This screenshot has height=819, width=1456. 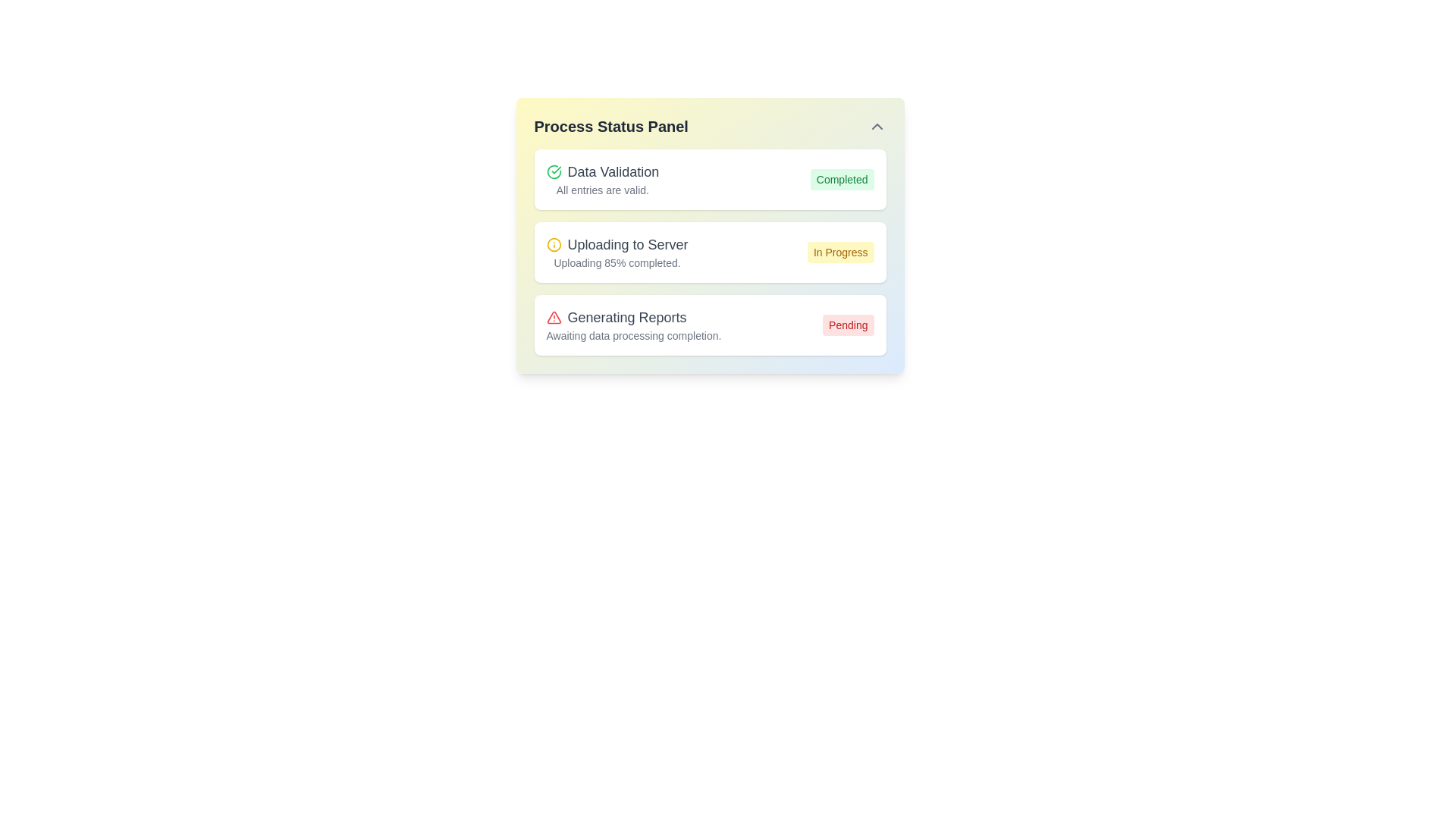 I want to click on the status message text located underneath the 'Generating Reports' heading, which explains the reason for the pending status of report generation, so click(x=633, y=335).